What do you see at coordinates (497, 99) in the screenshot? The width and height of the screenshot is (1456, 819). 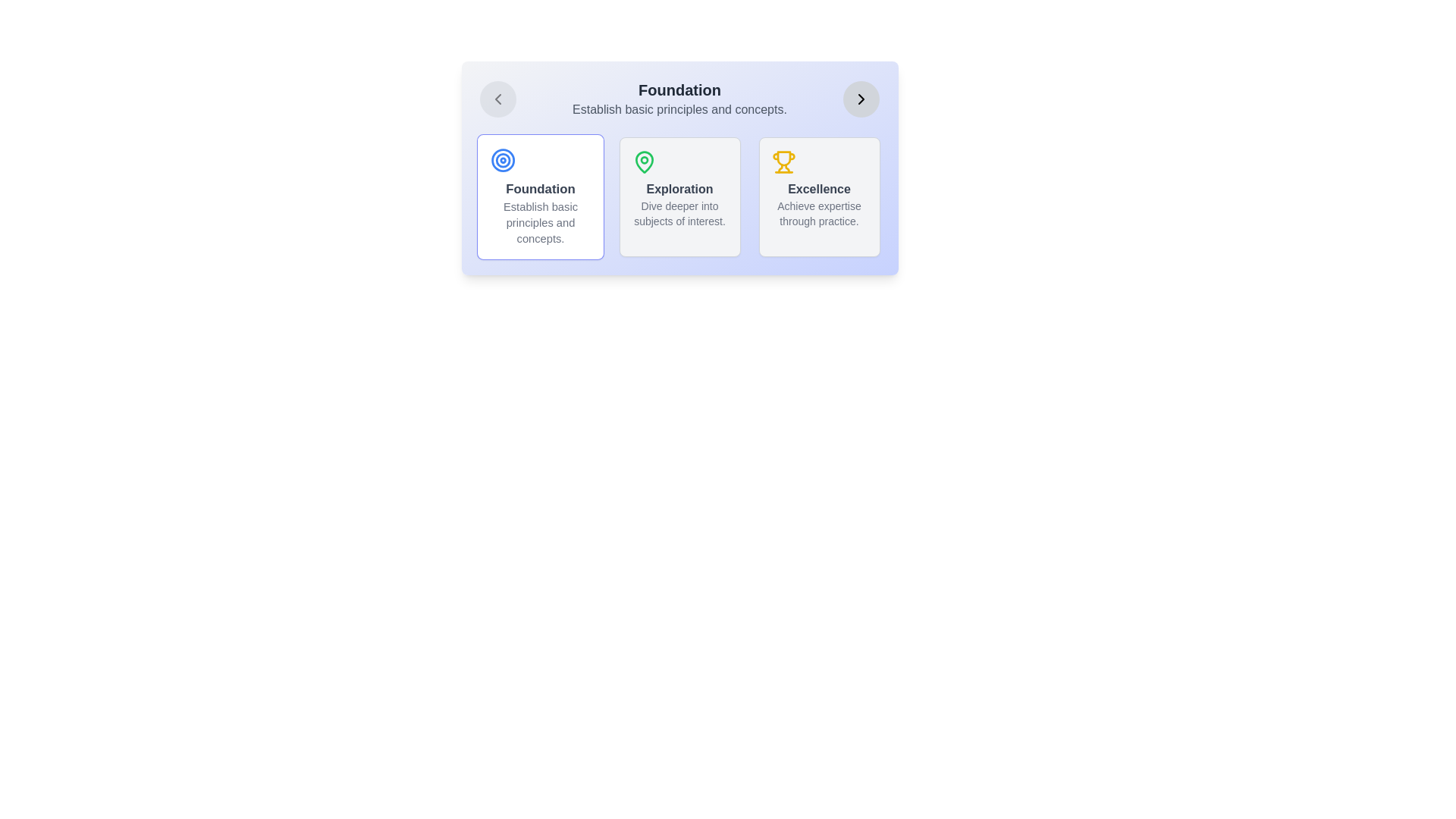 I see `the left-arrow icon, which is part of a circular button with a light gray background in the top-left corner of the card titled 'Foundation'` at bounding box center [497, 99].